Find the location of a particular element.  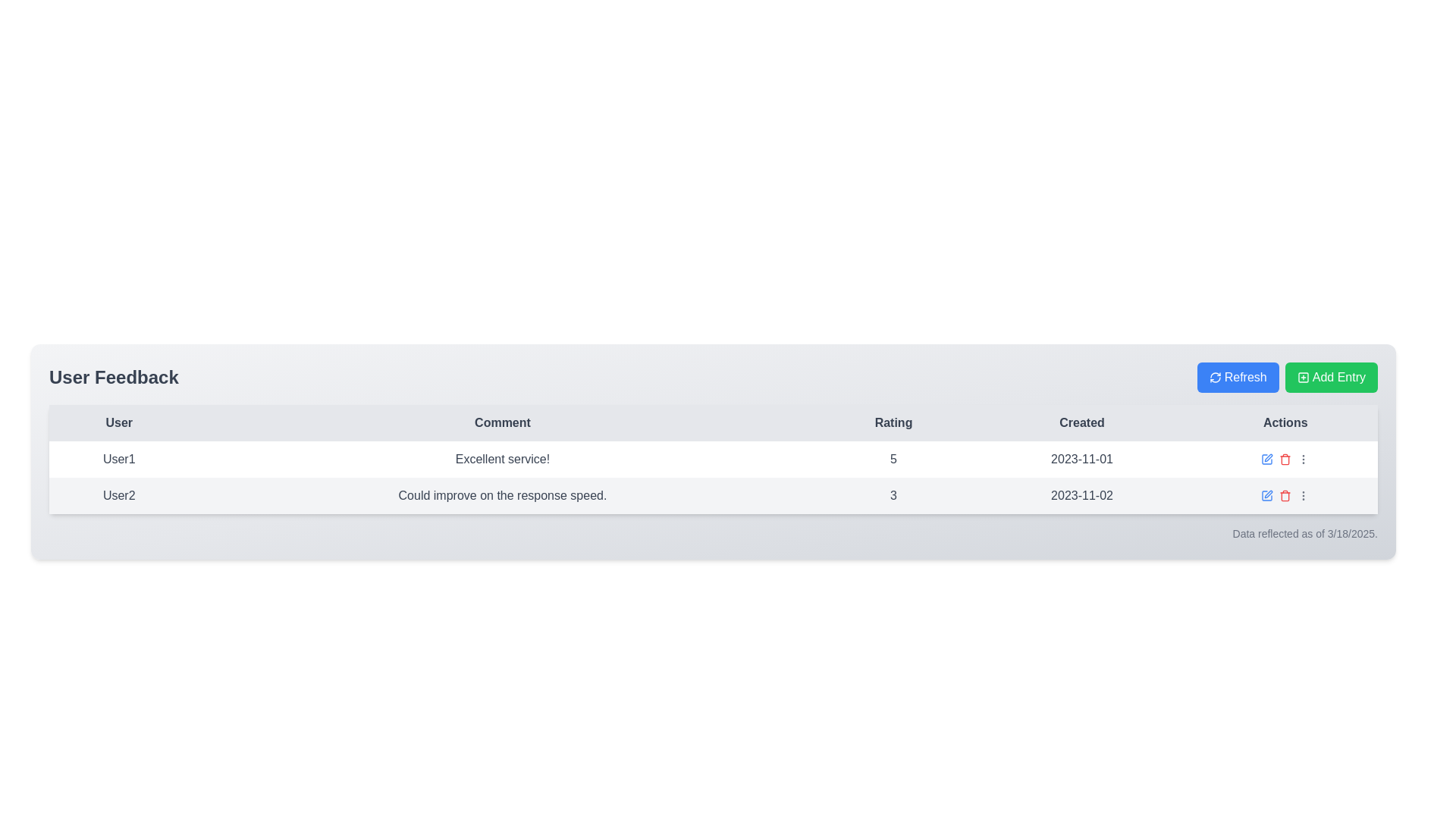

the red trash can icon button, which is the second action icon in the 'Actions' column of the table row is located at coordinates (1285, 458).